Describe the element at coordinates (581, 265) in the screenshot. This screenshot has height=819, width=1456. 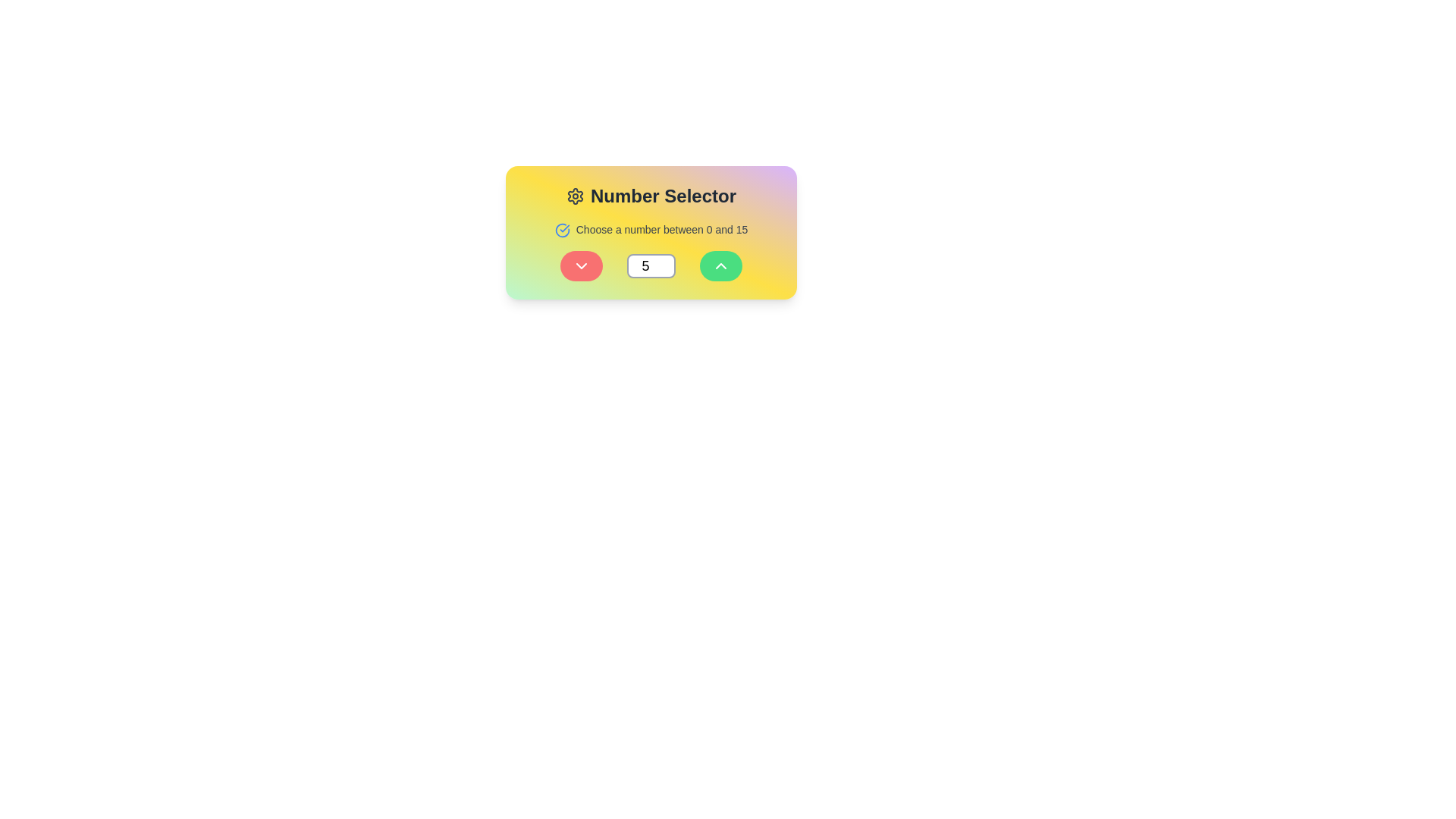
I see `the downward-facing chevron icon located within the red circular button on the left side of the interactive card` at that location.